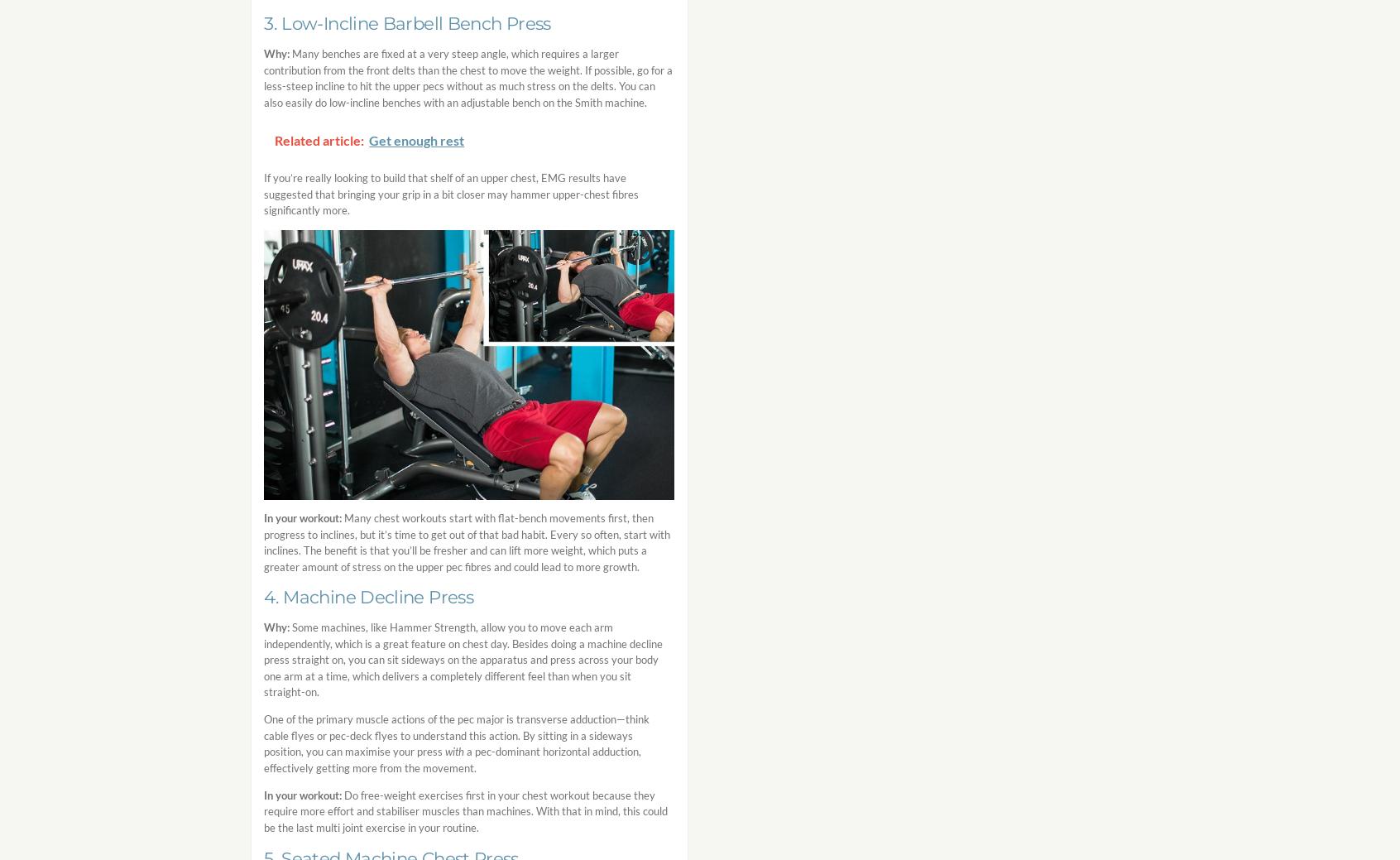 The height and width of the screenshot is (860, 1400). What do you see at coordinates (367, 595) in the screenshot?
I see `'4. Machine Decline Press'` at bounding box center [367, 595].